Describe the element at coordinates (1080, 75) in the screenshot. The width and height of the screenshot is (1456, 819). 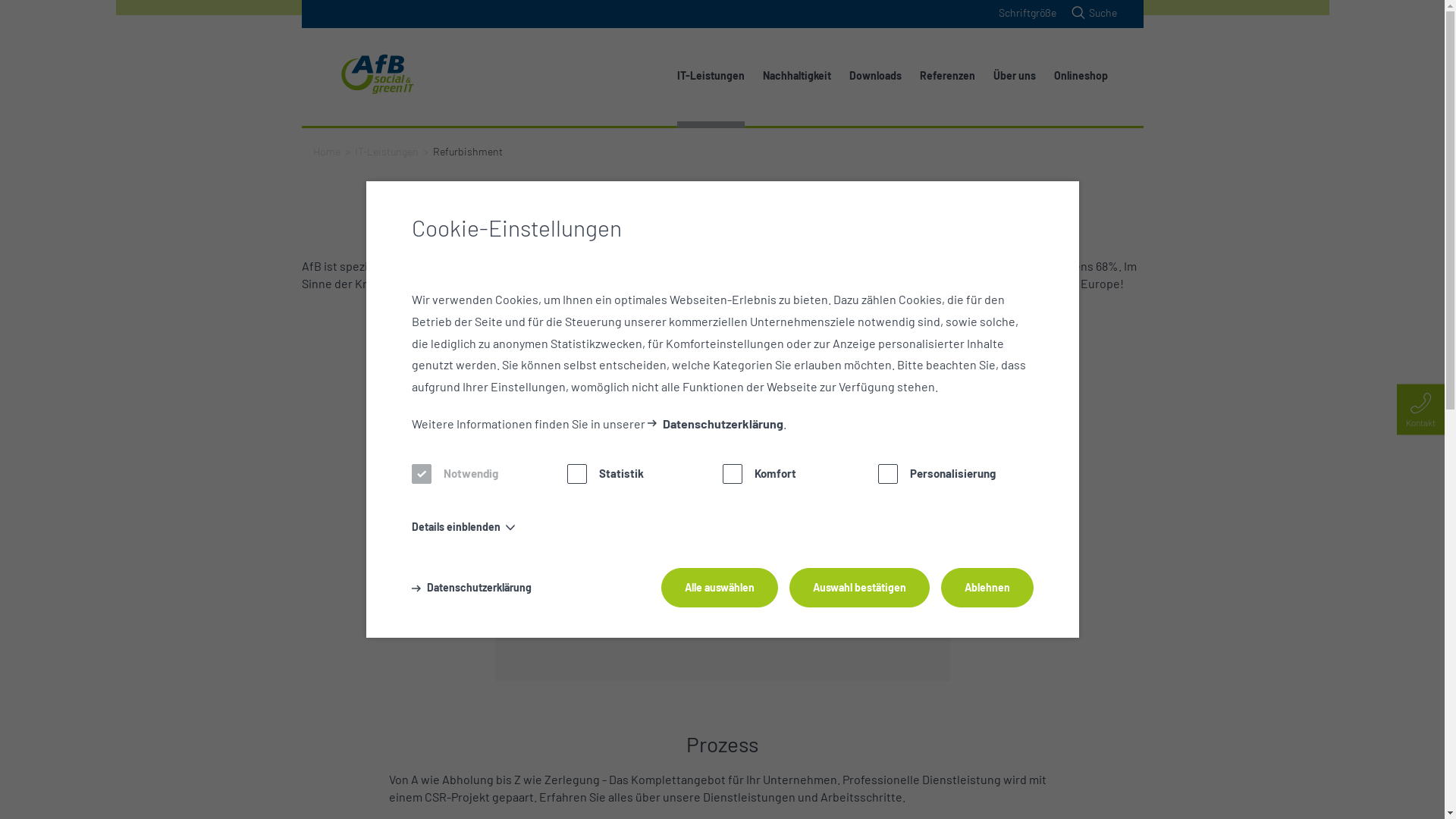
I see `'Onlineshop'` at that location.